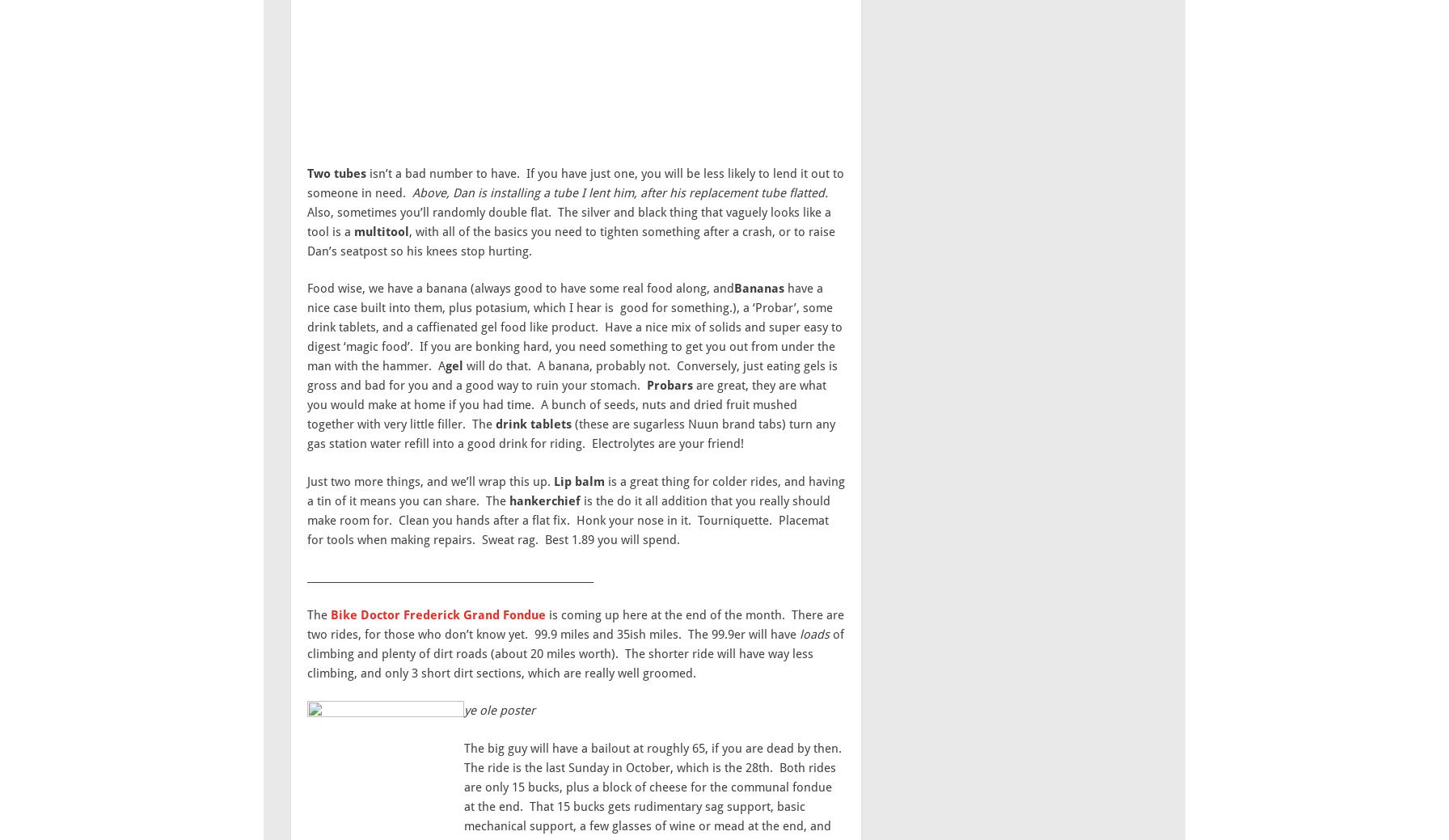  What do you see at coordinates (382, 231) in the screenshot?
I see `'multitool'` at bounding box center [382, 231].